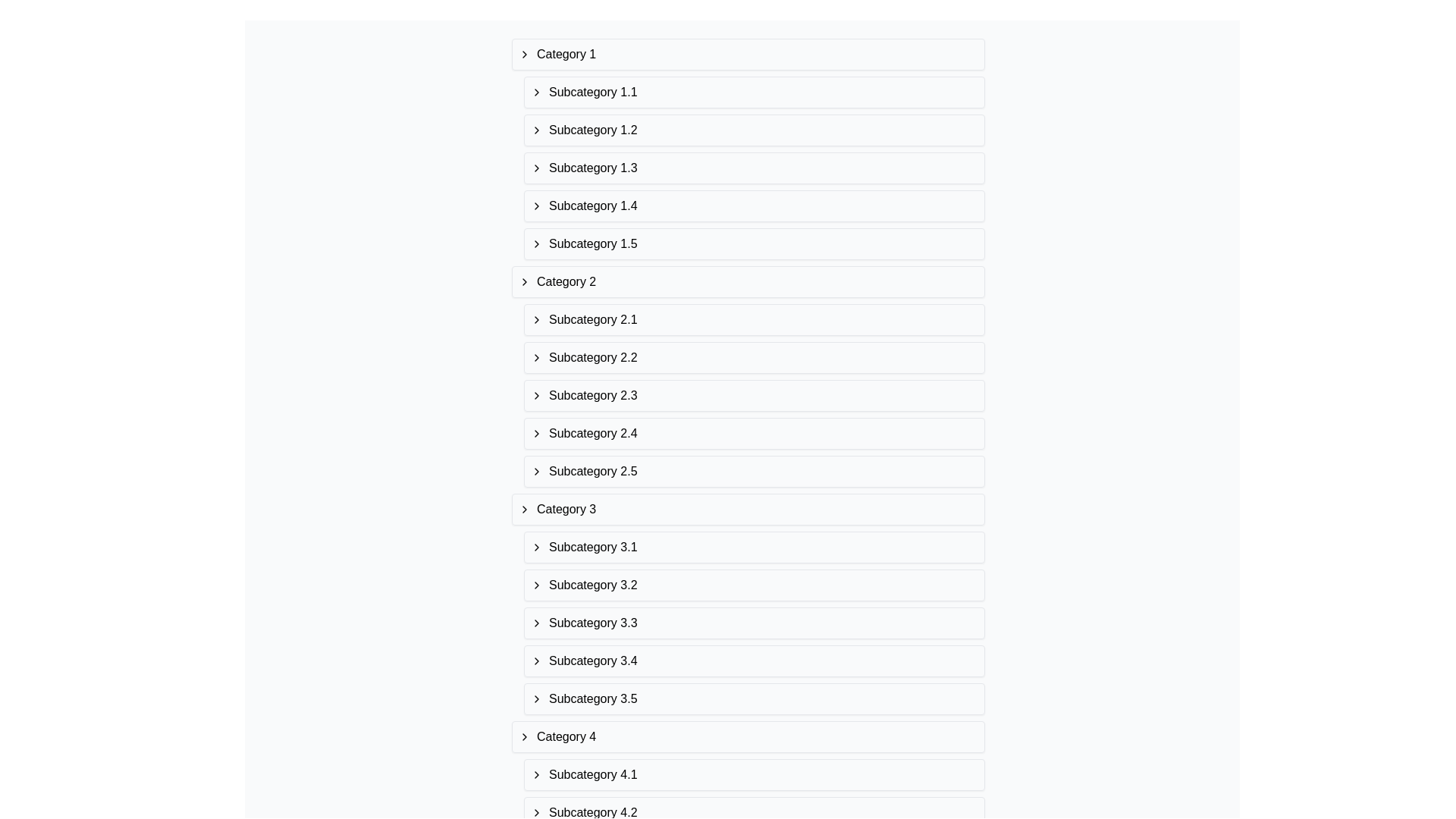  Describe the element at coordinates (754, 660) in the screenshot. I see `the fourth subcategory item labeled 'Subcategory 3.4' within 'Category 3'` at that location.